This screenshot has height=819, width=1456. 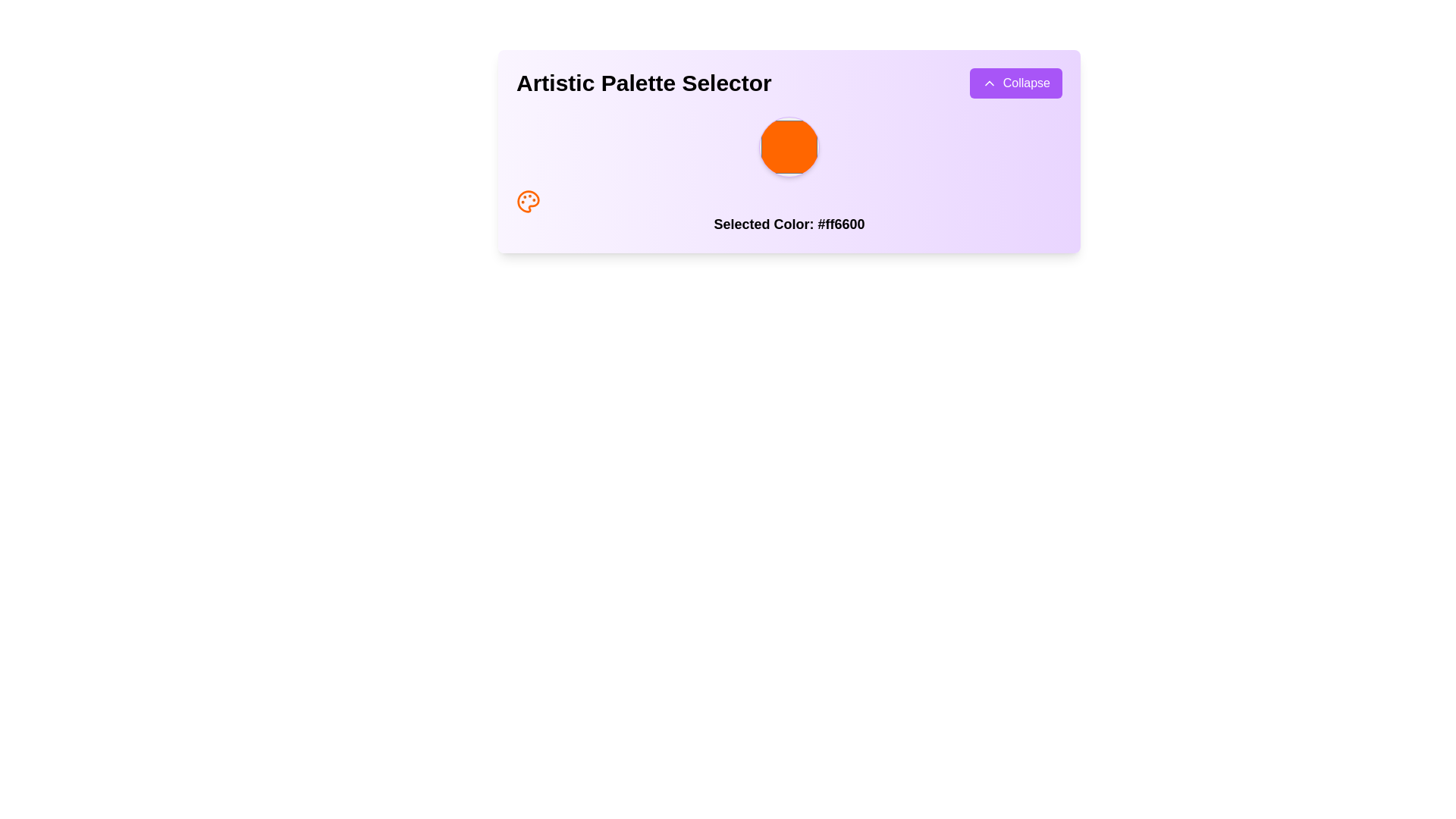 What do you see at coordinates (1026, 83) in the screenshot?
I see `the label located in the top-right corner of a button with a purple background and white text, which indicates collapse functionality` at bounding box center [1026, 83].